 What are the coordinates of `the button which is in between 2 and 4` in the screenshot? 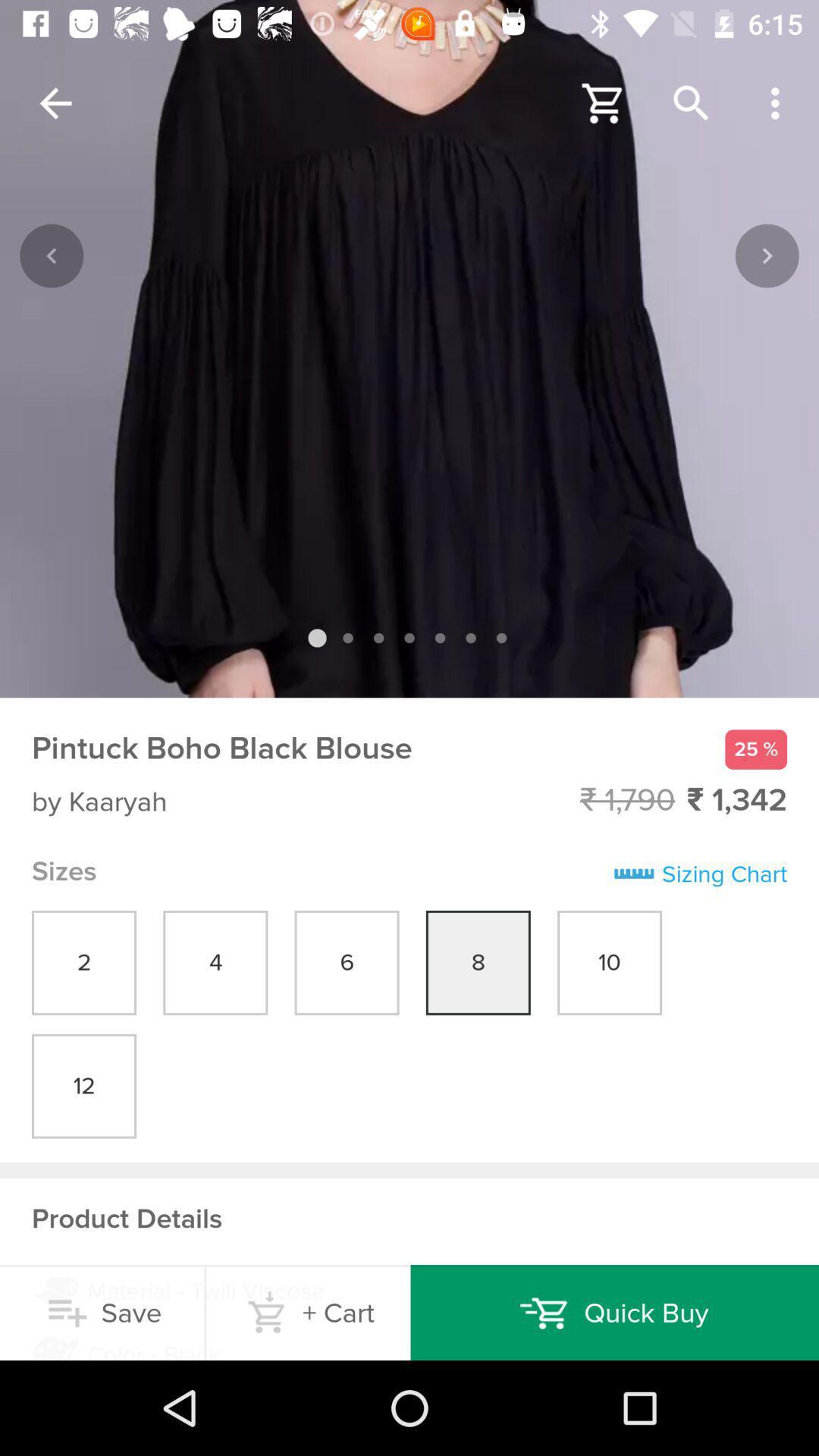 It's located at (215, 962).